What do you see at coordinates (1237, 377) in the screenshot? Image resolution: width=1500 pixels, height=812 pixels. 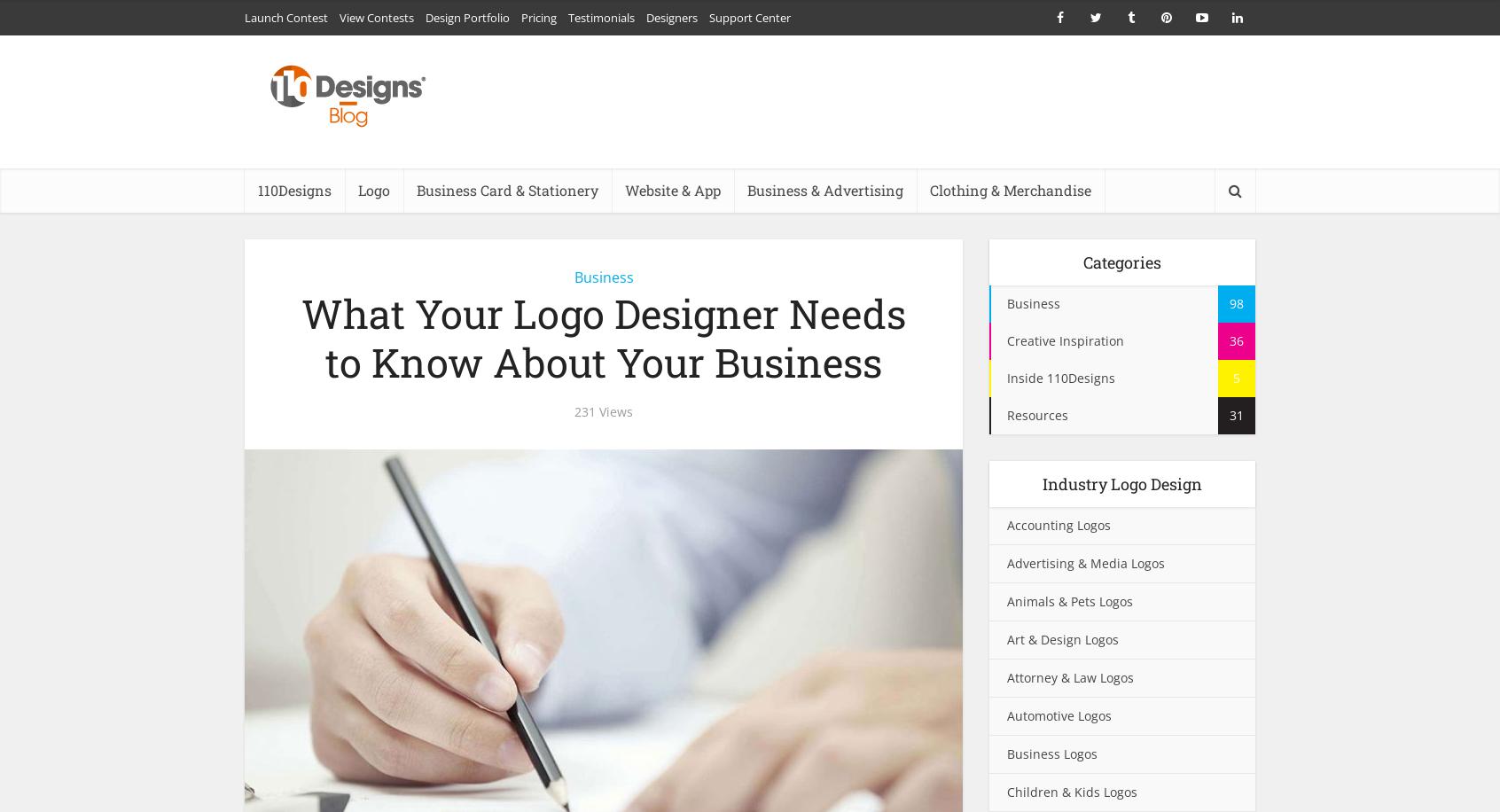 I see `'5'` at bounding box center [1237, 377].